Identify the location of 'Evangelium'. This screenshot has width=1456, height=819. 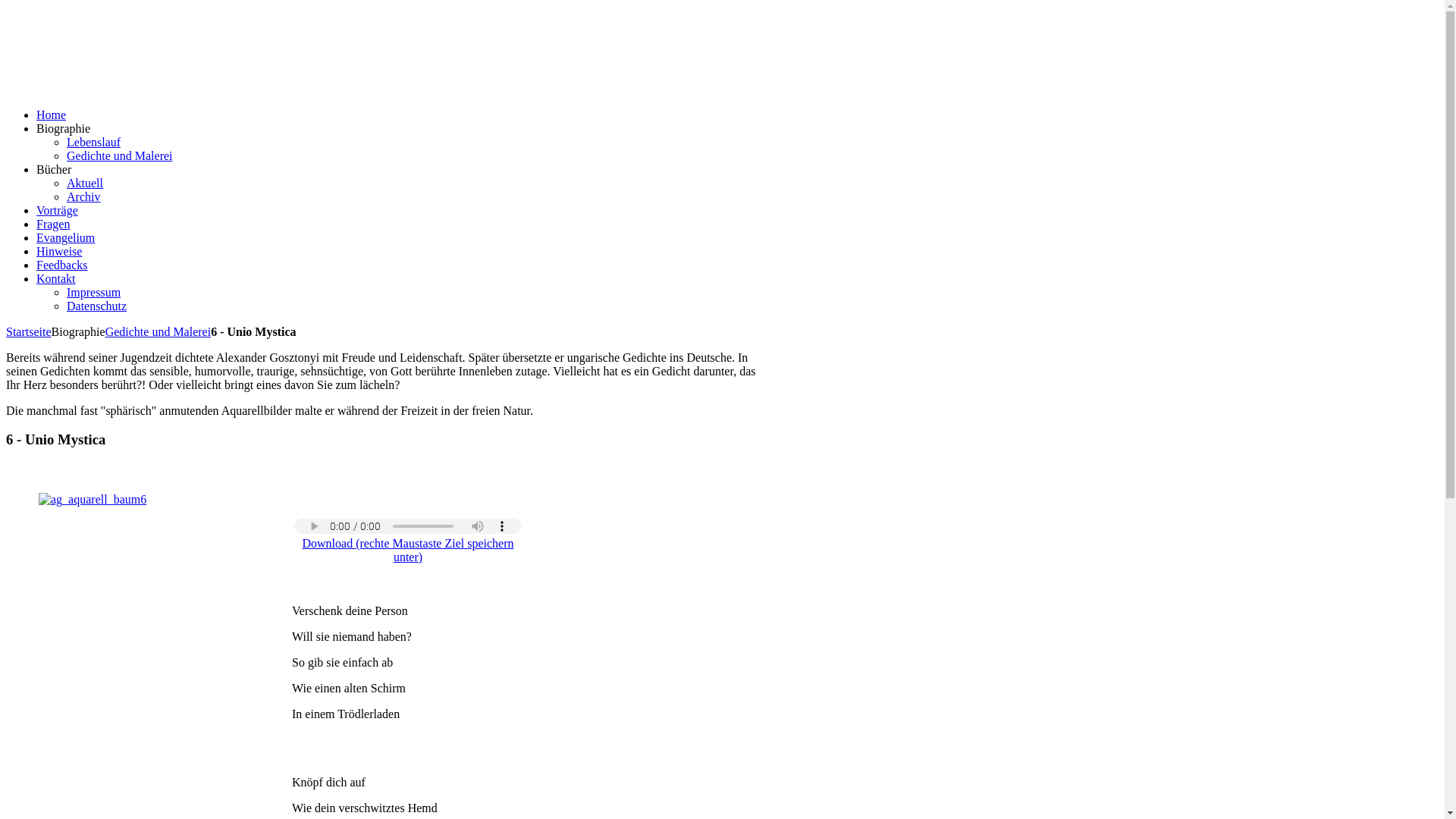
(64, 237).